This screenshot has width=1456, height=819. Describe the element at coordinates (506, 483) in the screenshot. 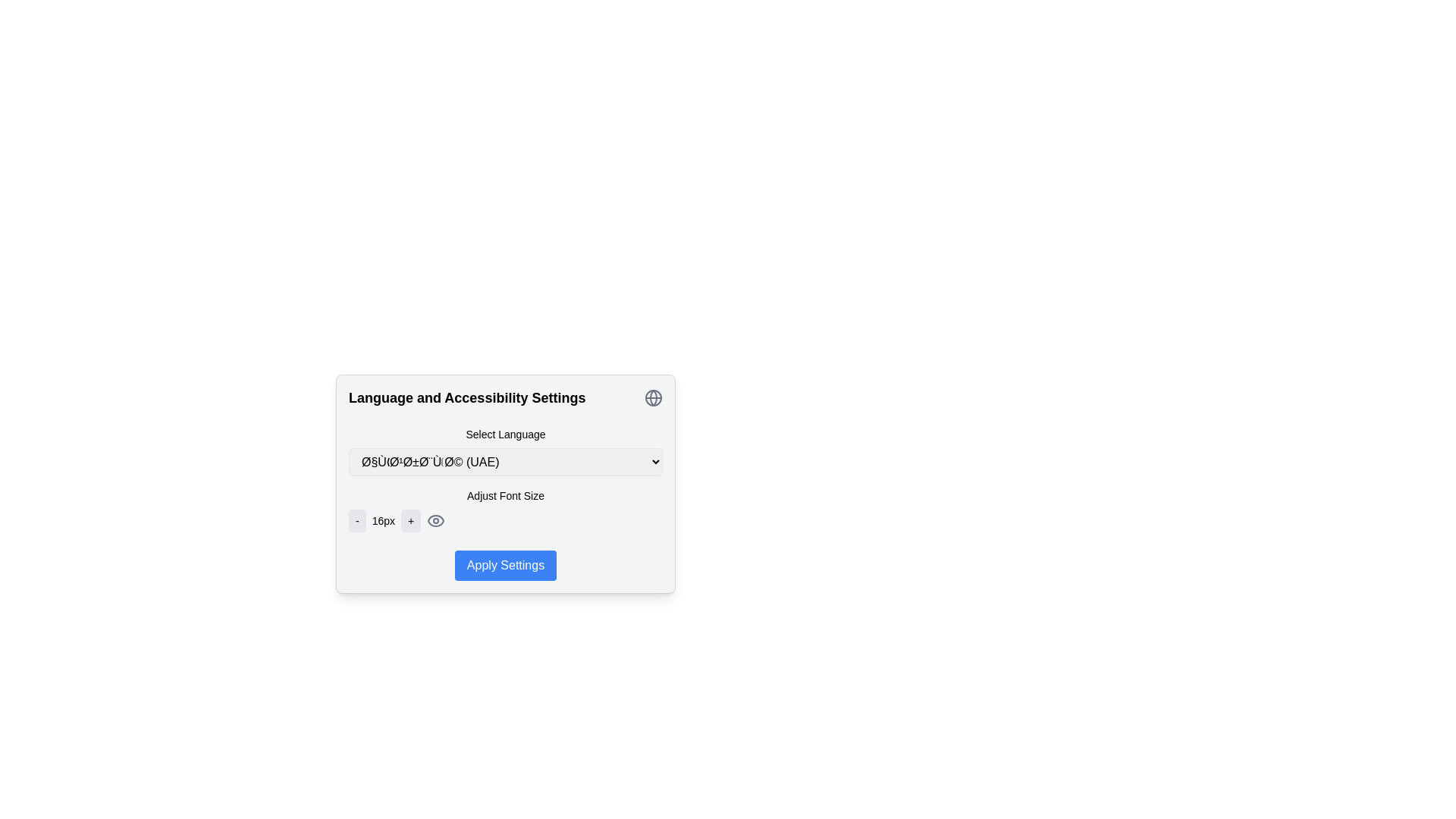

I see `the 'Apply Settings' button located in the Settings panel for configuring language and accessibility preferences` at that location.